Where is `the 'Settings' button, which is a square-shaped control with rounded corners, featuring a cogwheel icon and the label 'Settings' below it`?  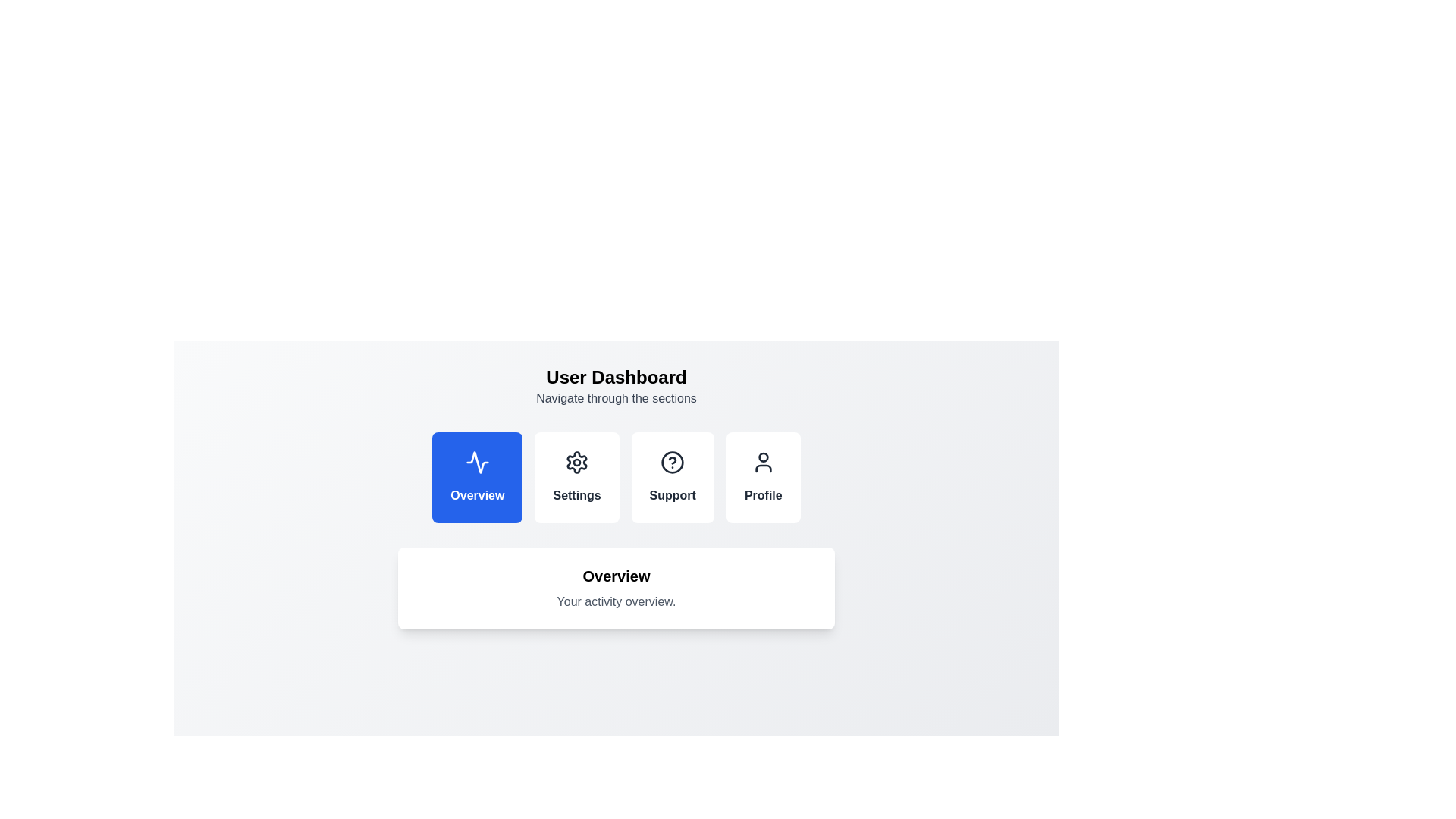 the 'Settings' button, which is a square-shaped control with rounded corners, featuring a cogwheel icon and the label 'Settings' below it is located at coordinates (576, 476).